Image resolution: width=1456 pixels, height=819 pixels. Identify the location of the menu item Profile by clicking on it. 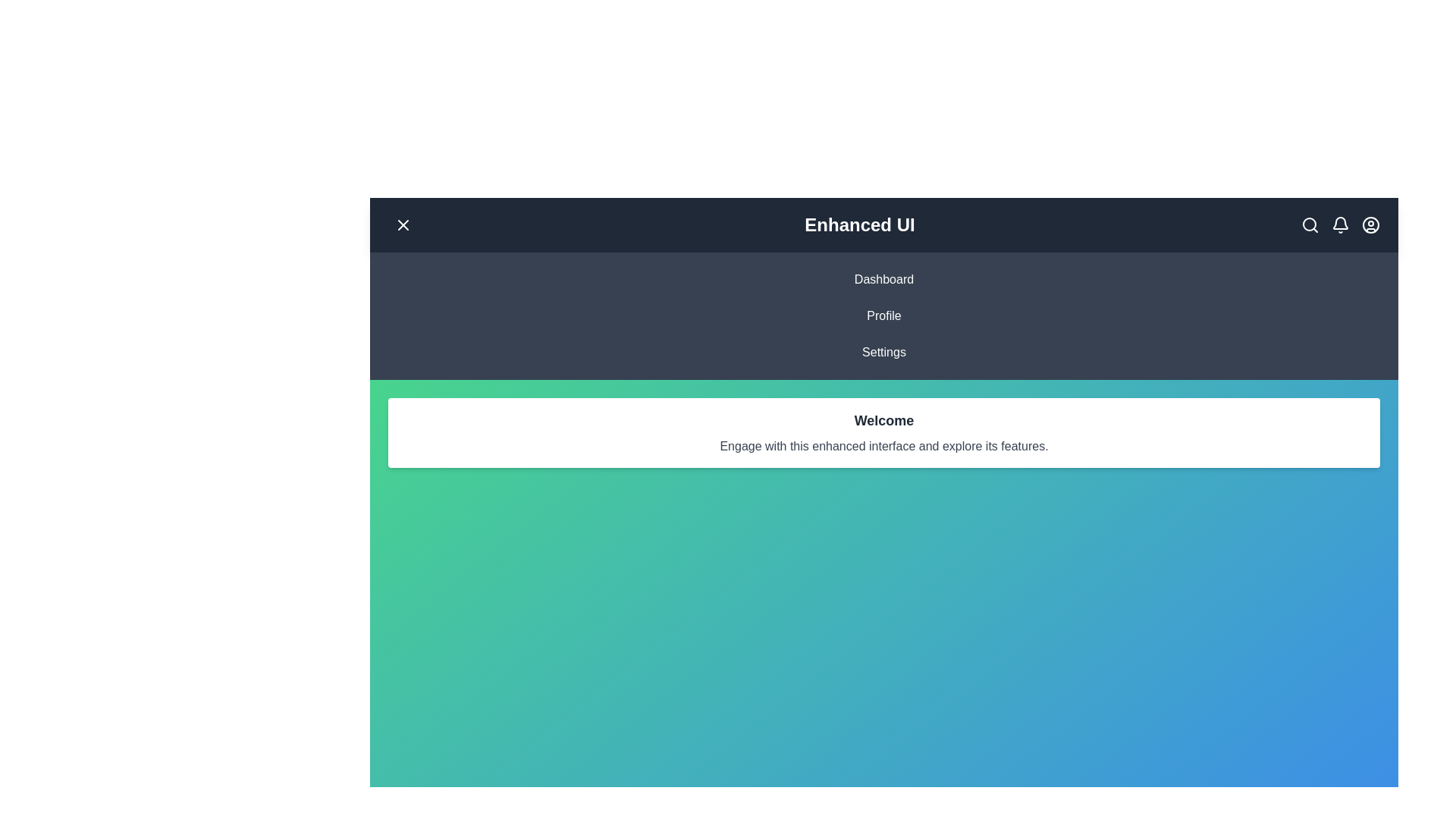
(884, 315).